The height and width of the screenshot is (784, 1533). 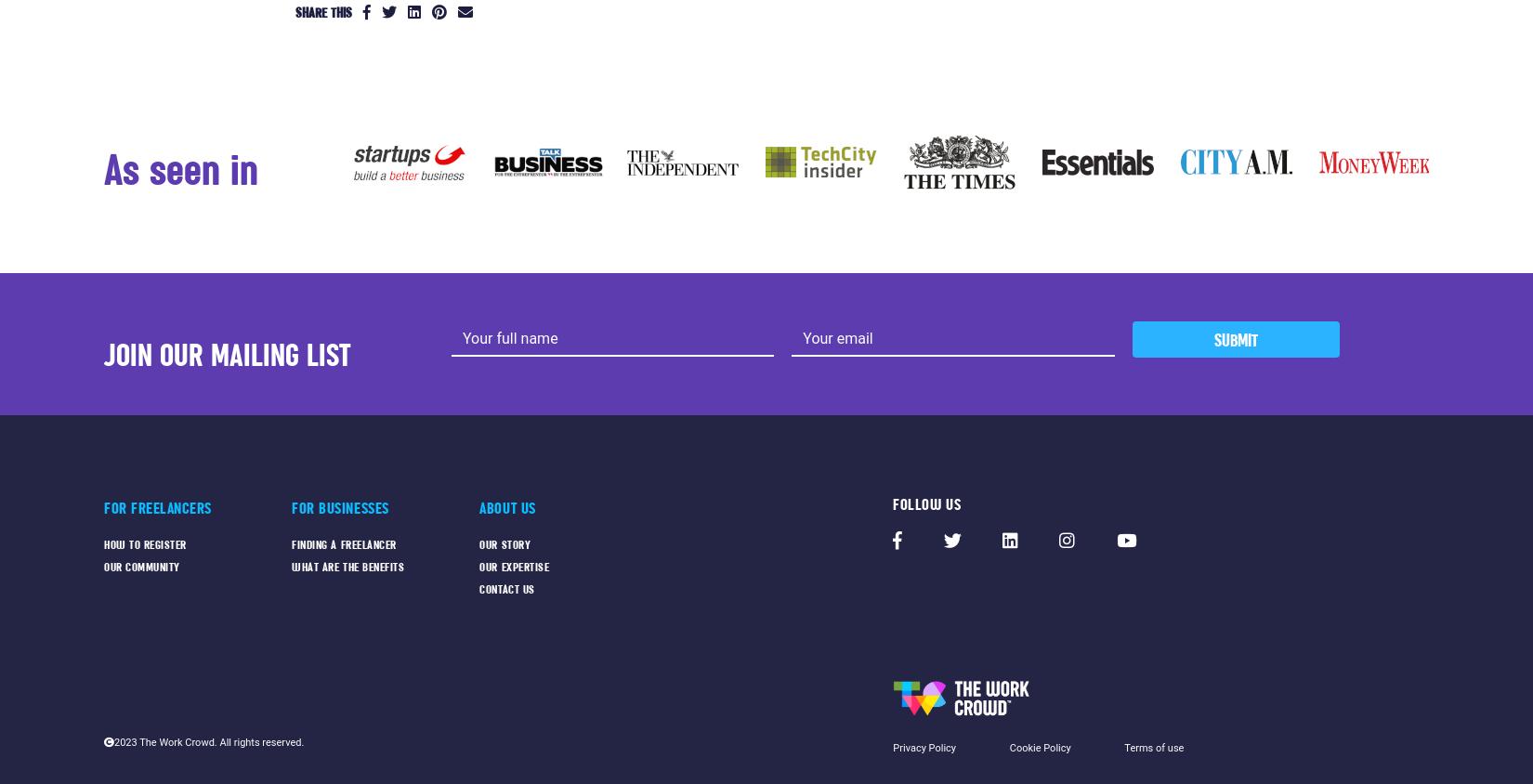 I want to click on 'OUR COMMUNITY', so click(x=141, y=566).